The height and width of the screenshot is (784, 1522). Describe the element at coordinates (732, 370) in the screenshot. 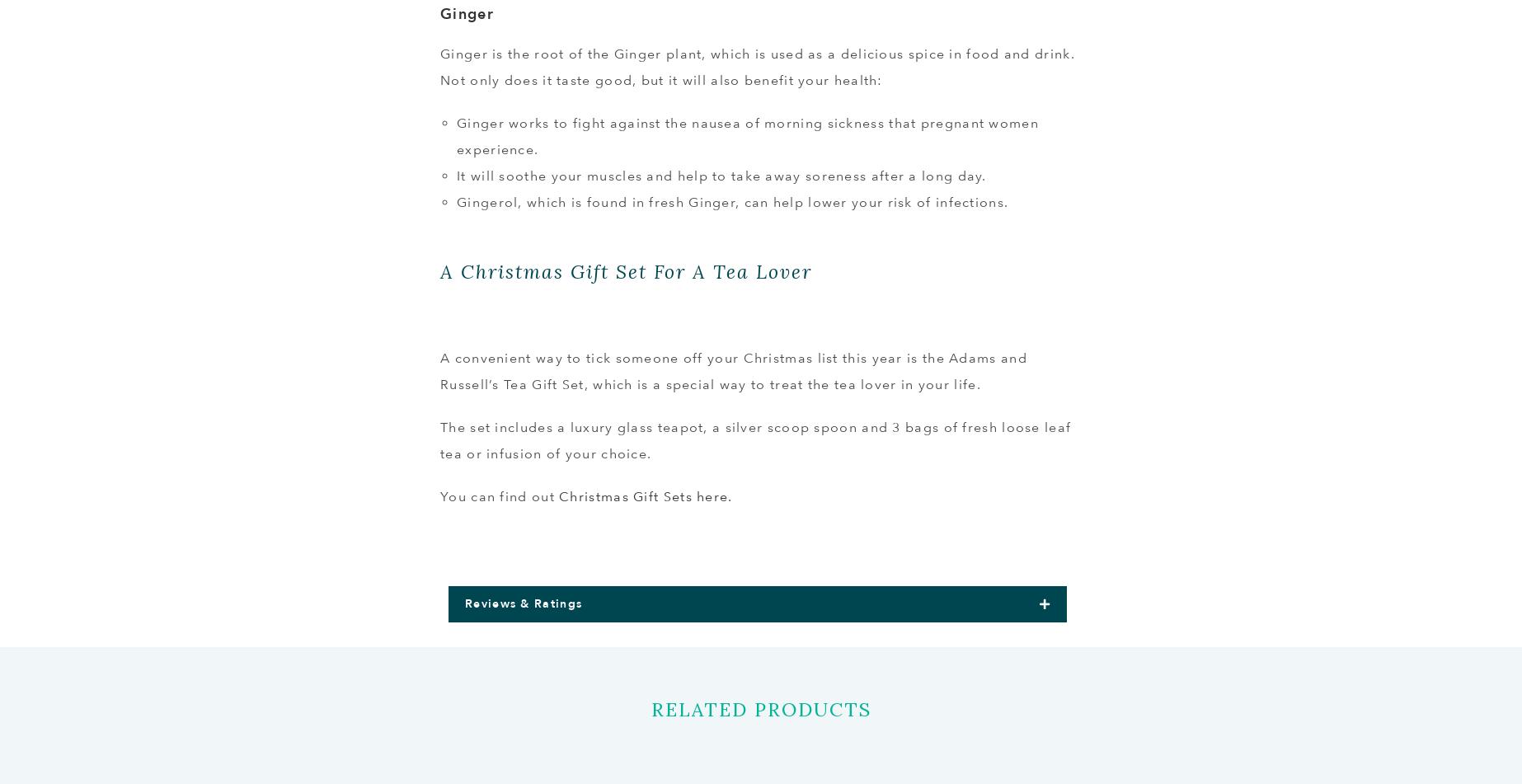

I see `'A convenient way to tick someone off your Christmas list this year is the Adams and Russell’s Tea Gift Set, which is a special way to treat the tea lover in your life.'` at that location.